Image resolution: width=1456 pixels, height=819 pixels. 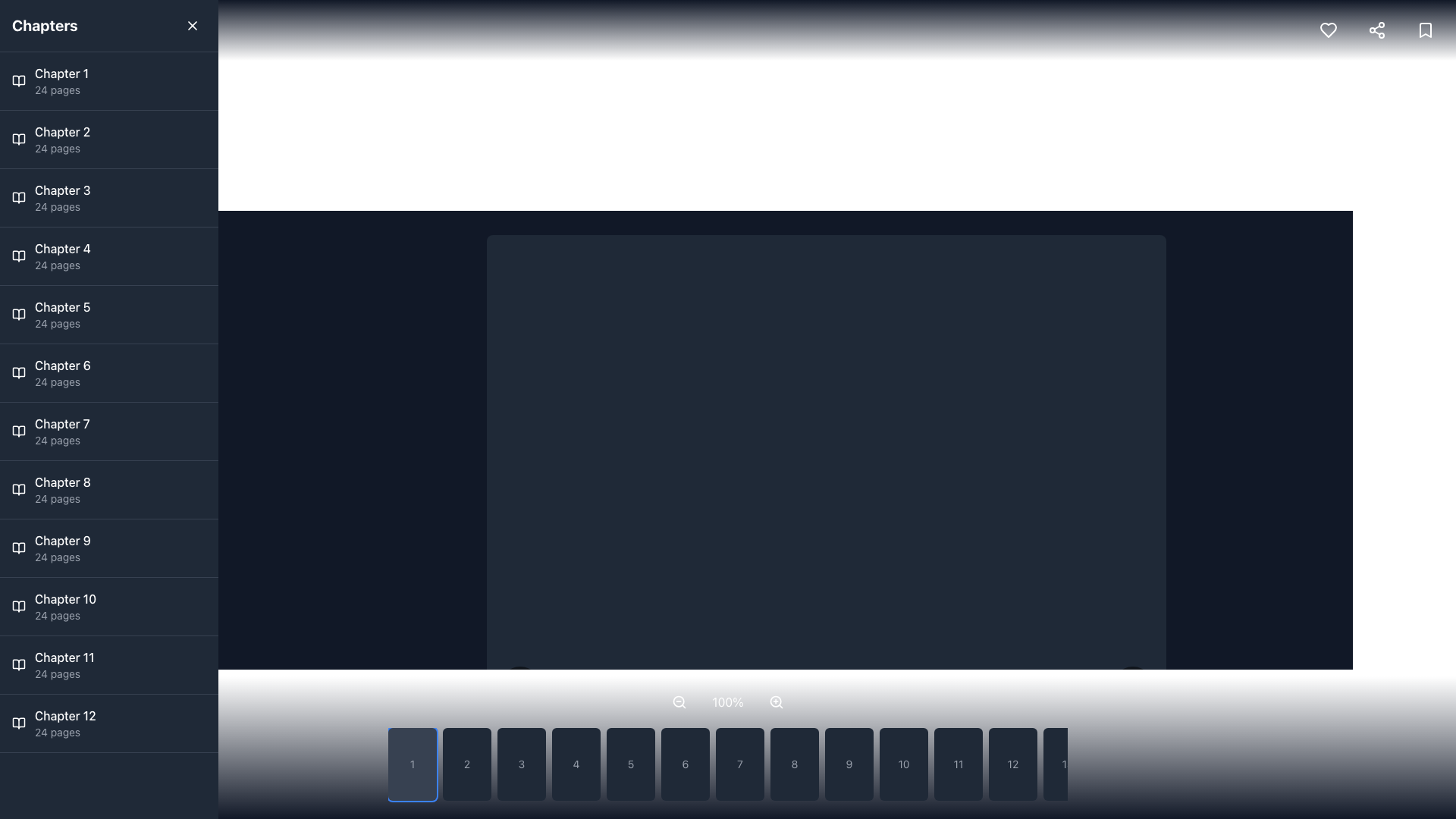 What do you see at coordinates (61, 314) in the screenshot?
I see `the fifth entry in the sidebar menu that represents Chapter 5, which contains 24 pages, to potentially view more details or highlights` at bounding box center [61, 314].